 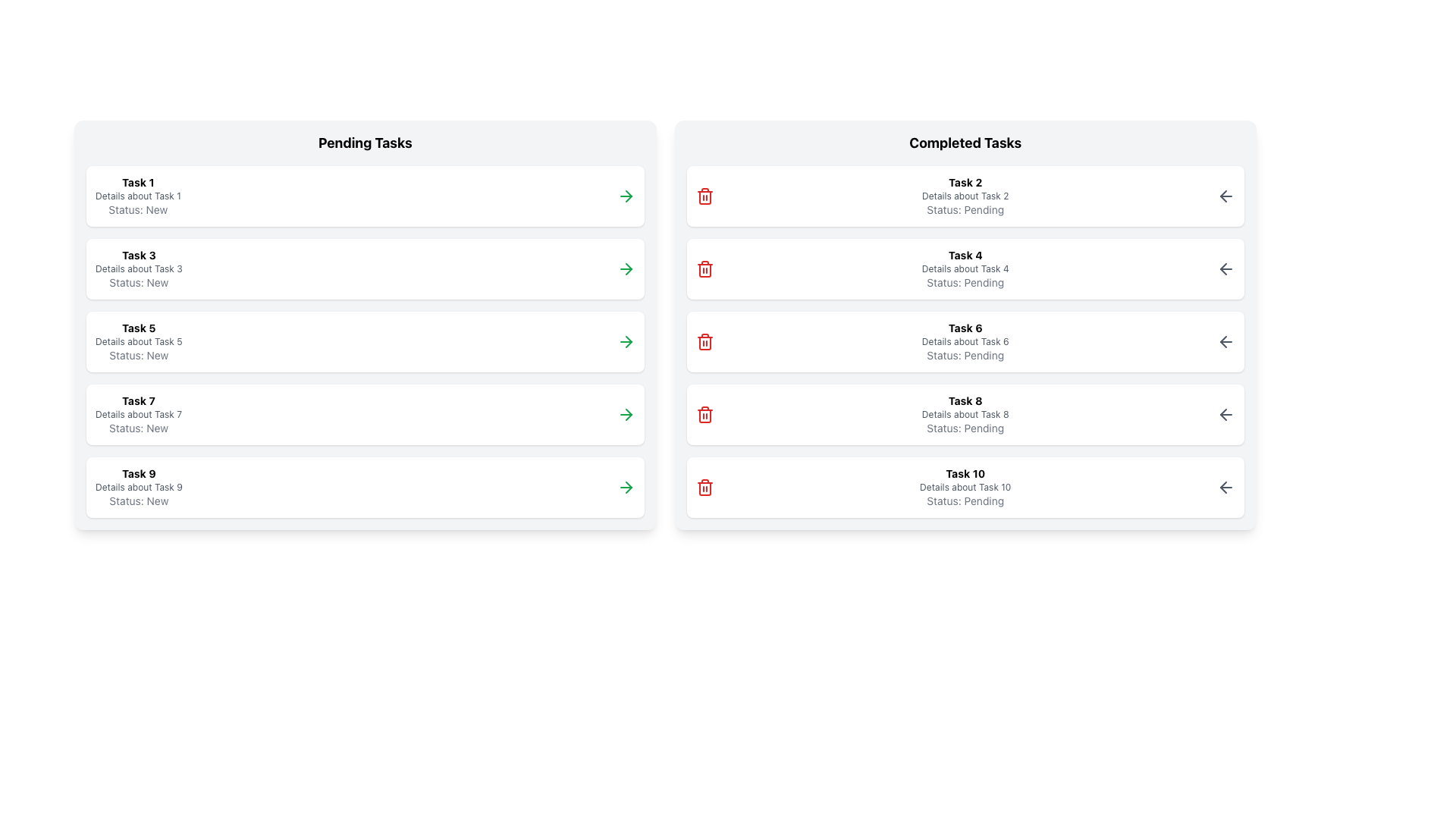 What do you see at coordinates (704, 488) in the screenshot?
I see `the red trash can icon button located on the far left side of the 'Task 10' card in the 'Completed Tasks' group` at bounding box center [704, 488].